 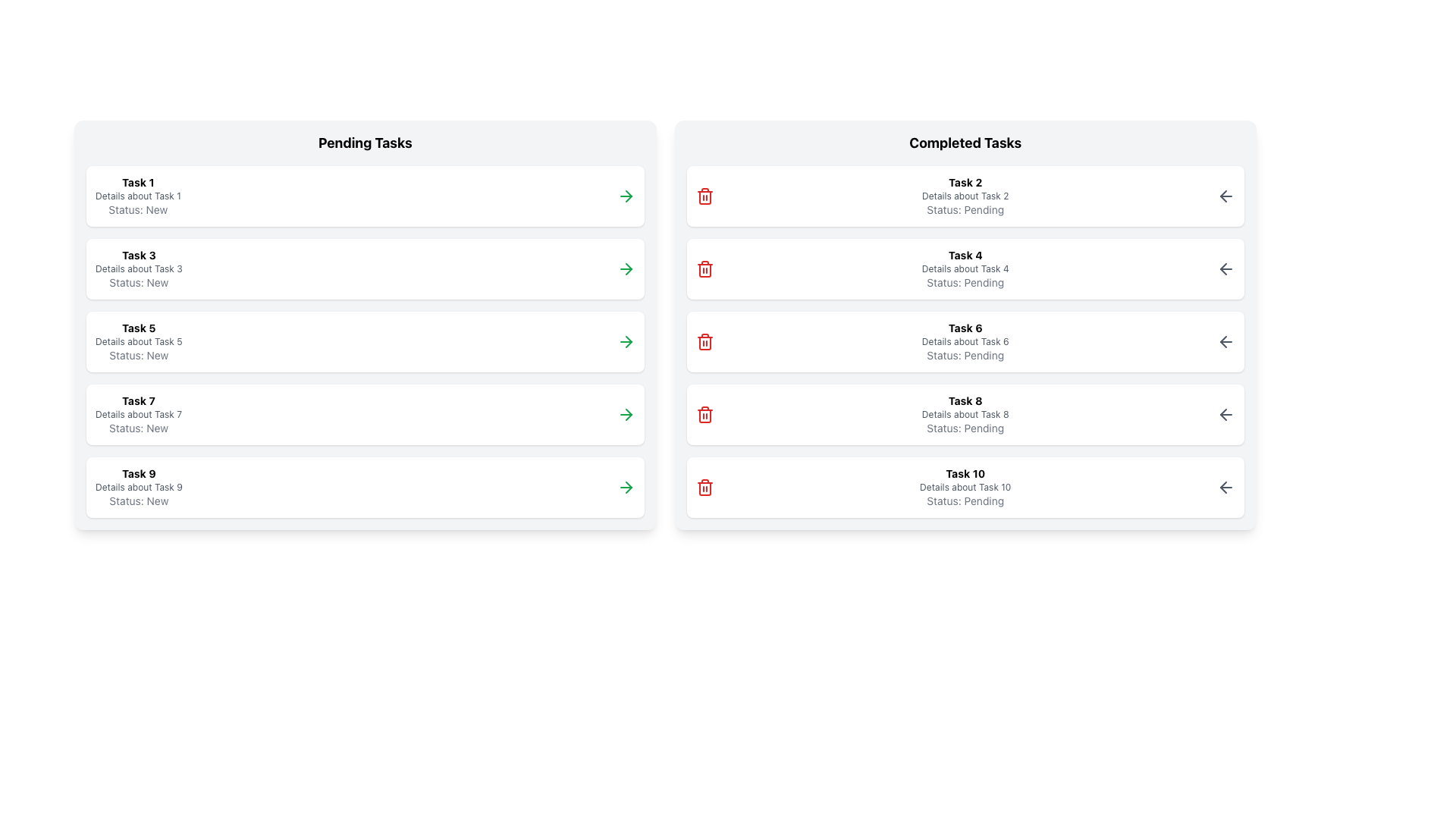 What do you see at coordinates (704, 488) in the screenshot?
I see `the red trash can icon button located on the far left side of the 'Task 10' card in the 'Completed Tasks' group` at bounding box center [704, 488].